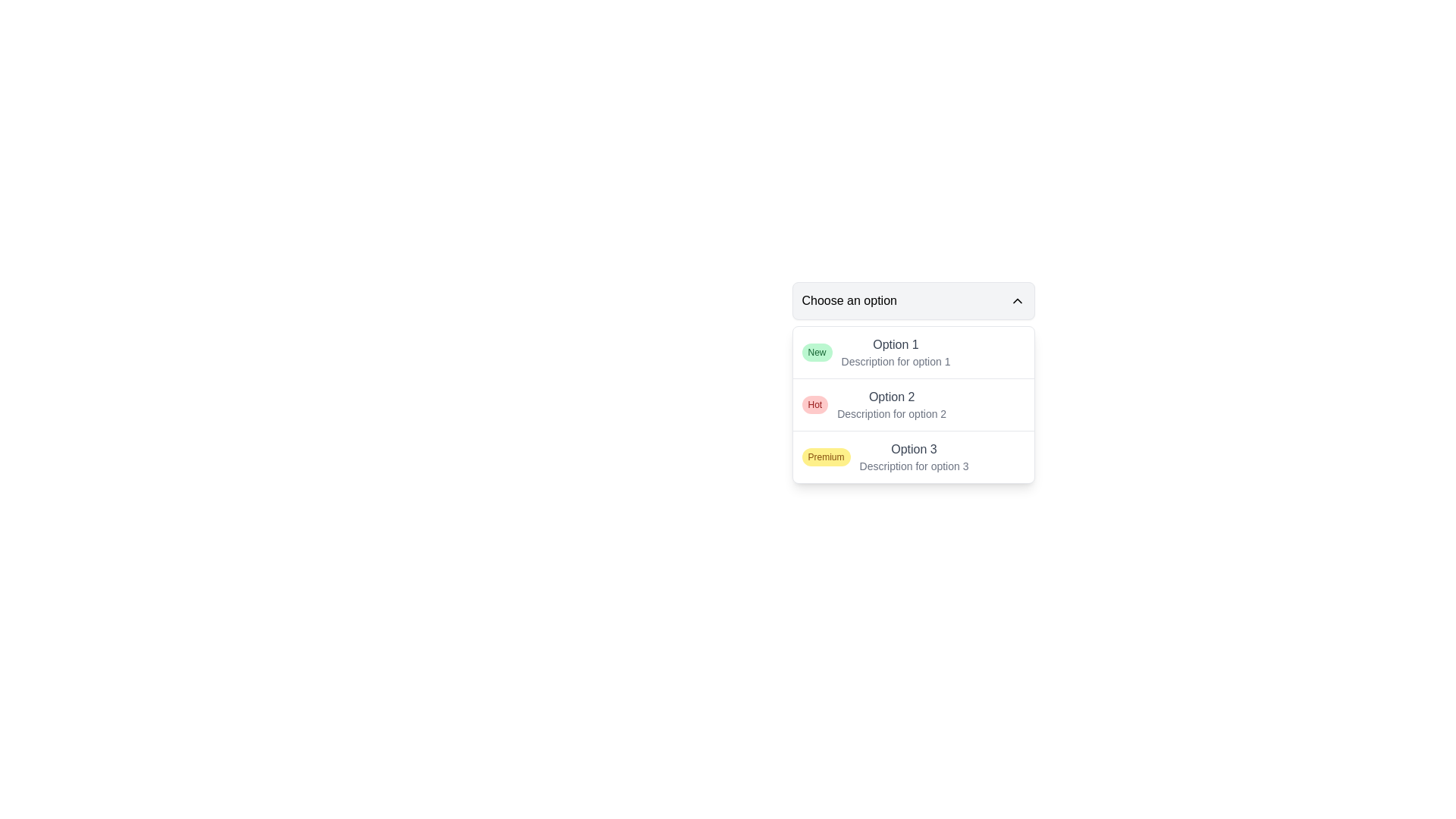 The image size is (1456, 819). I want to click on the text label reading 'Option 2' in the dropdown menu, which is styled with a medium font weight and gray color, positioned above a description text, so click(892, 397).